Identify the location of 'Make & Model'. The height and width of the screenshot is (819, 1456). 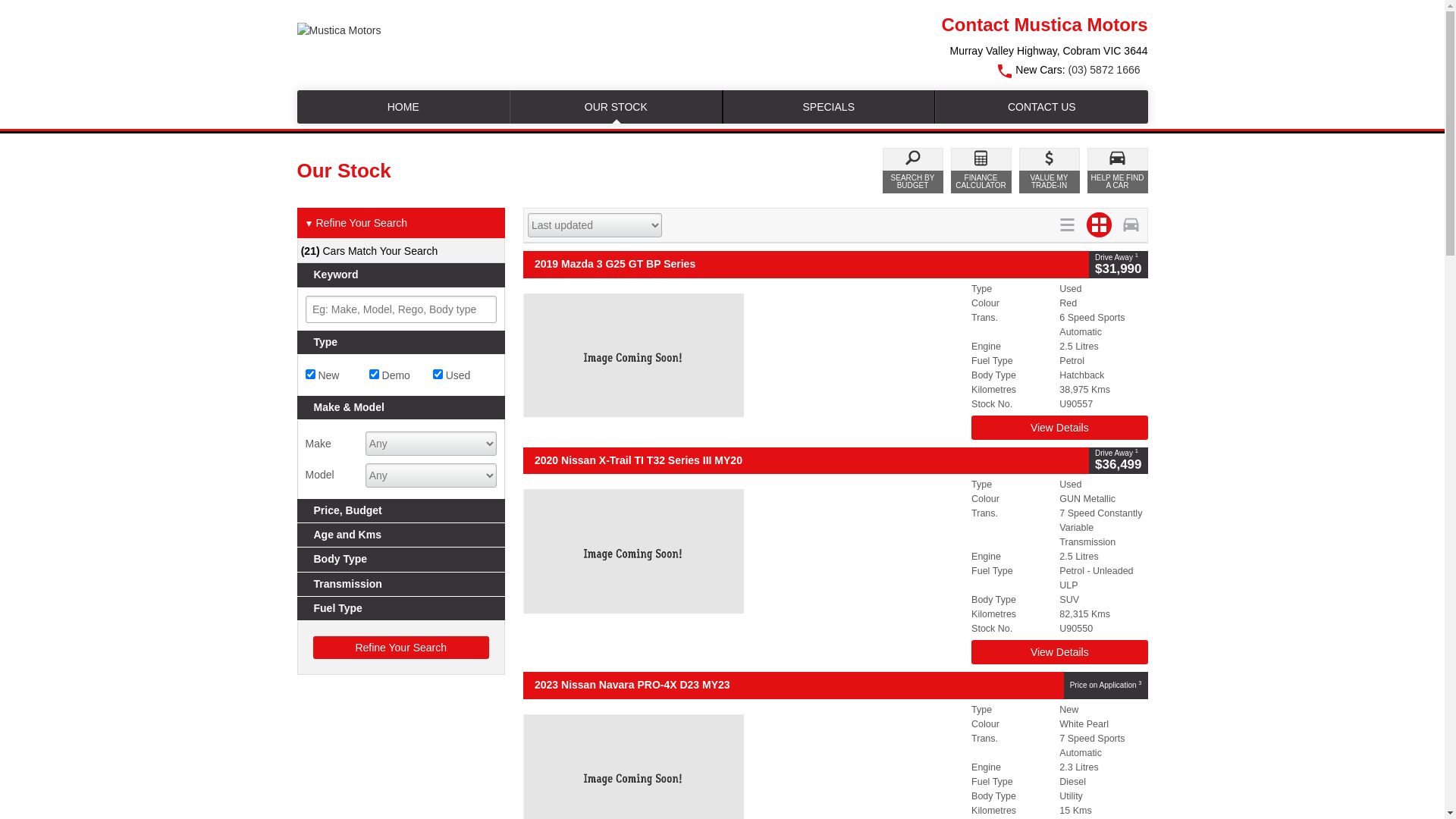
(401, 406).